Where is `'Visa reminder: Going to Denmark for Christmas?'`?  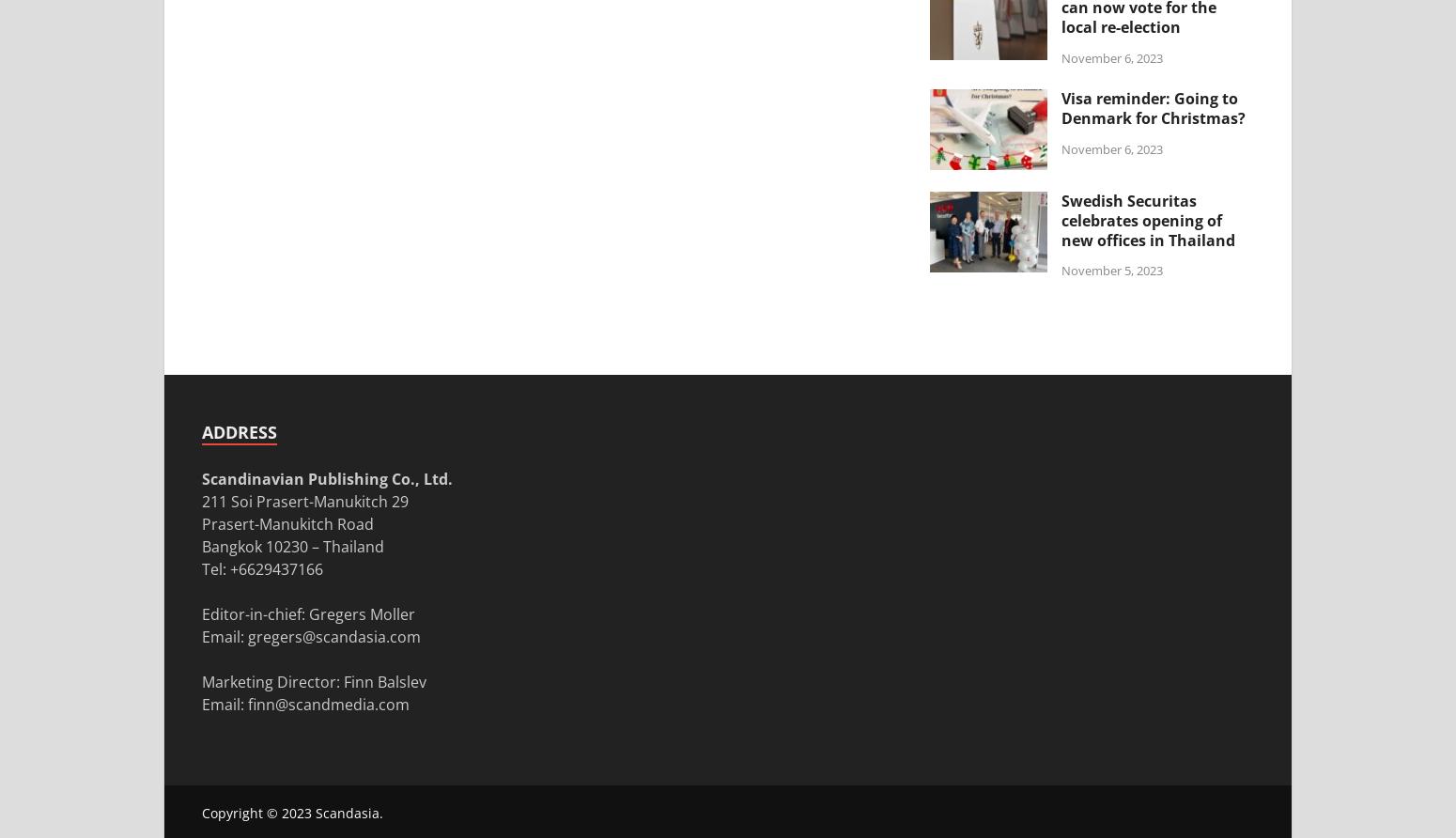
'Visa reminder: Going to Denmark for Christmas?' is located at coordinates (1154, 106).